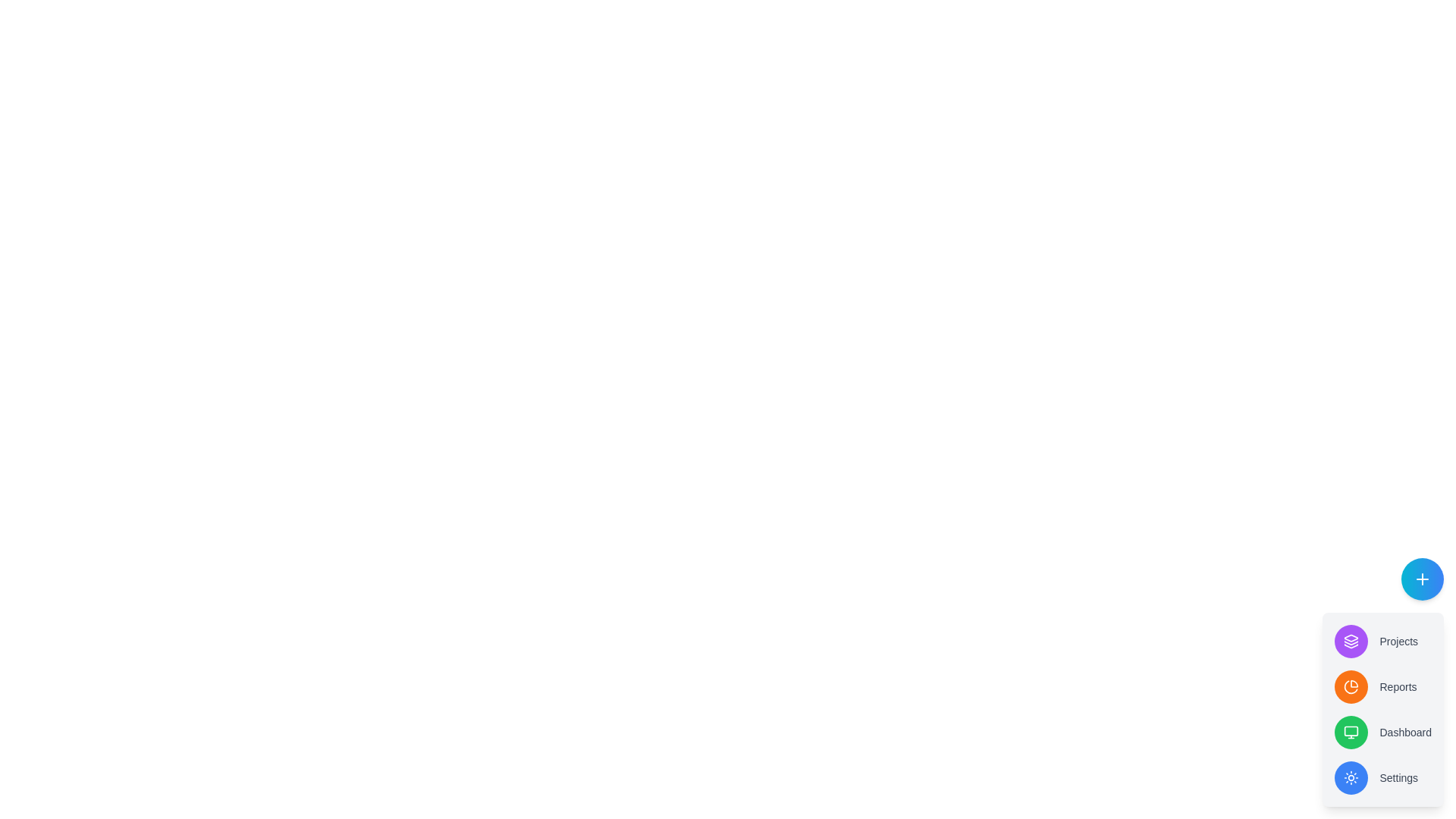 The image size is (1456, 819). What do you see at coordinates (1351, 638) in the screenshot?
I see `the topmost vector graphic component within the SVG that represents layers or levels, located in the upper-left portion of the SVG` at bounding box center [1351, 638].